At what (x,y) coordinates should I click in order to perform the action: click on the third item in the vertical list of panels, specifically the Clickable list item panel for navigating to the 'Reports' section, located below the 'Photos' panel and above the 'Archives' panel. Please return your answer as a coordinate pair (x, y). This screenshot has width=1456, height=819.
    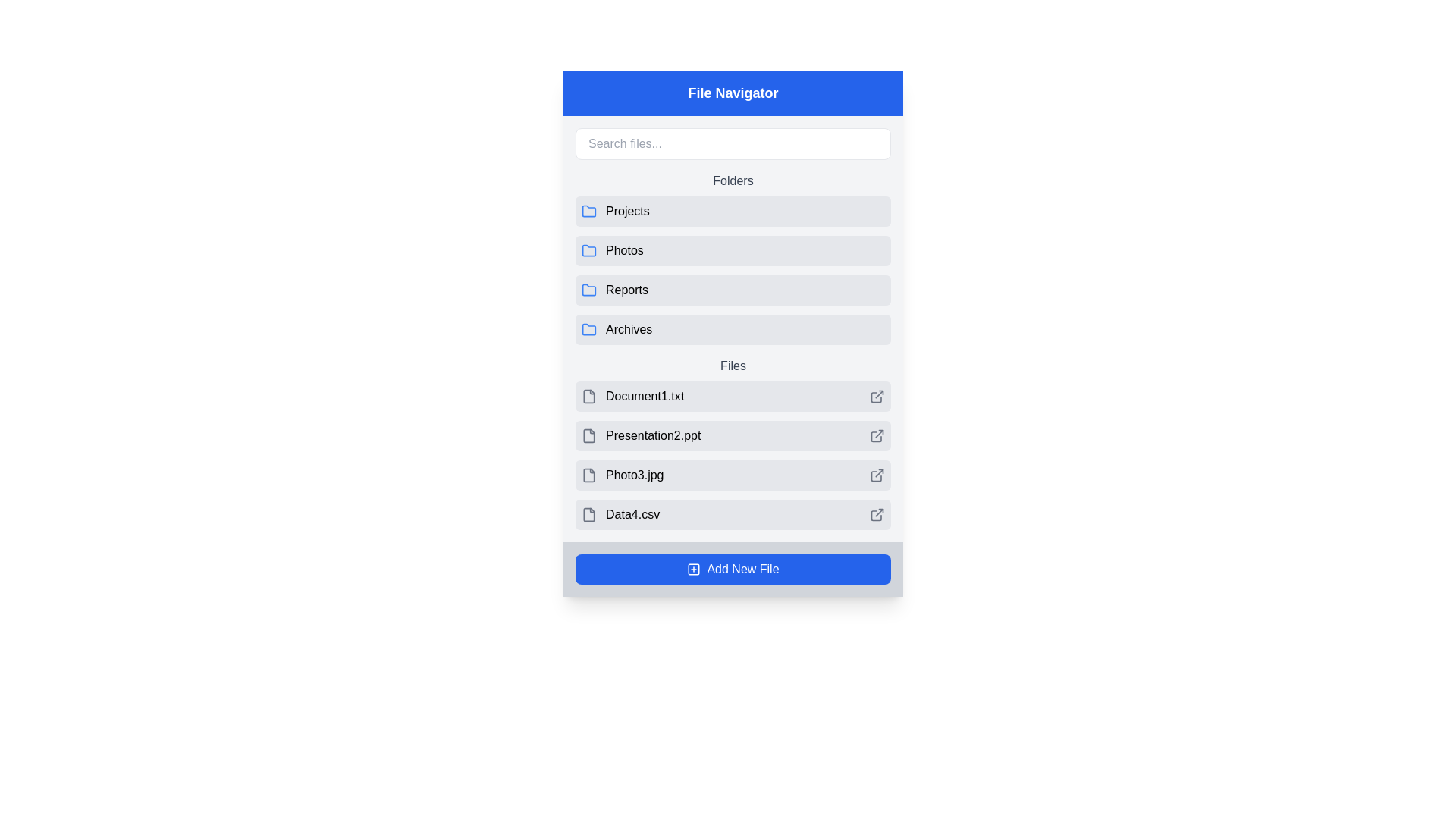
    Looking at the image, I should click on (733, 290).